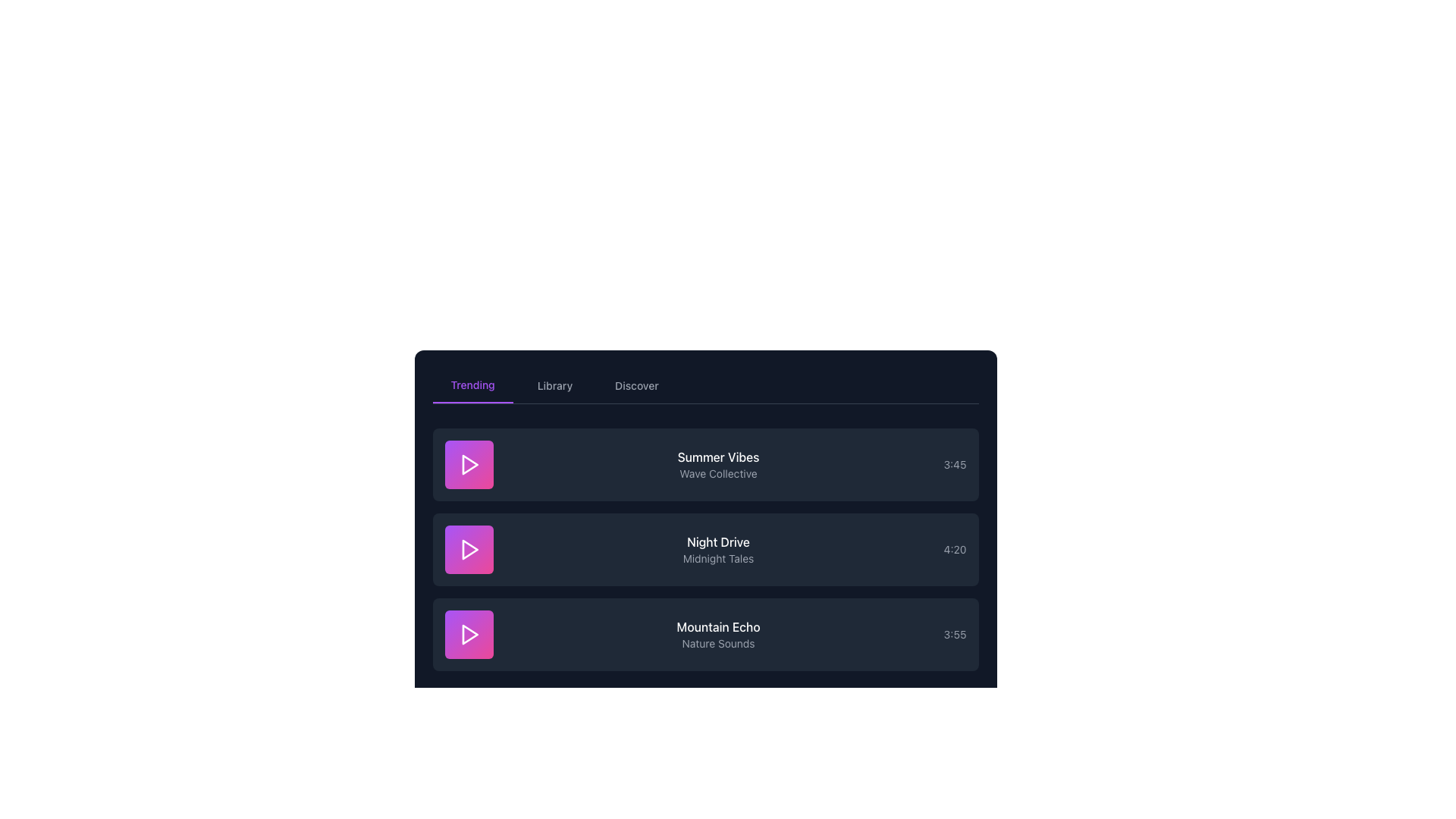 This screenshot has height=819, width=1456. What do you see at coordinates (468, 550) in the screenshot?
I see `the play button for the audio track 'Night Drive'` at bounding box center [468, 550].